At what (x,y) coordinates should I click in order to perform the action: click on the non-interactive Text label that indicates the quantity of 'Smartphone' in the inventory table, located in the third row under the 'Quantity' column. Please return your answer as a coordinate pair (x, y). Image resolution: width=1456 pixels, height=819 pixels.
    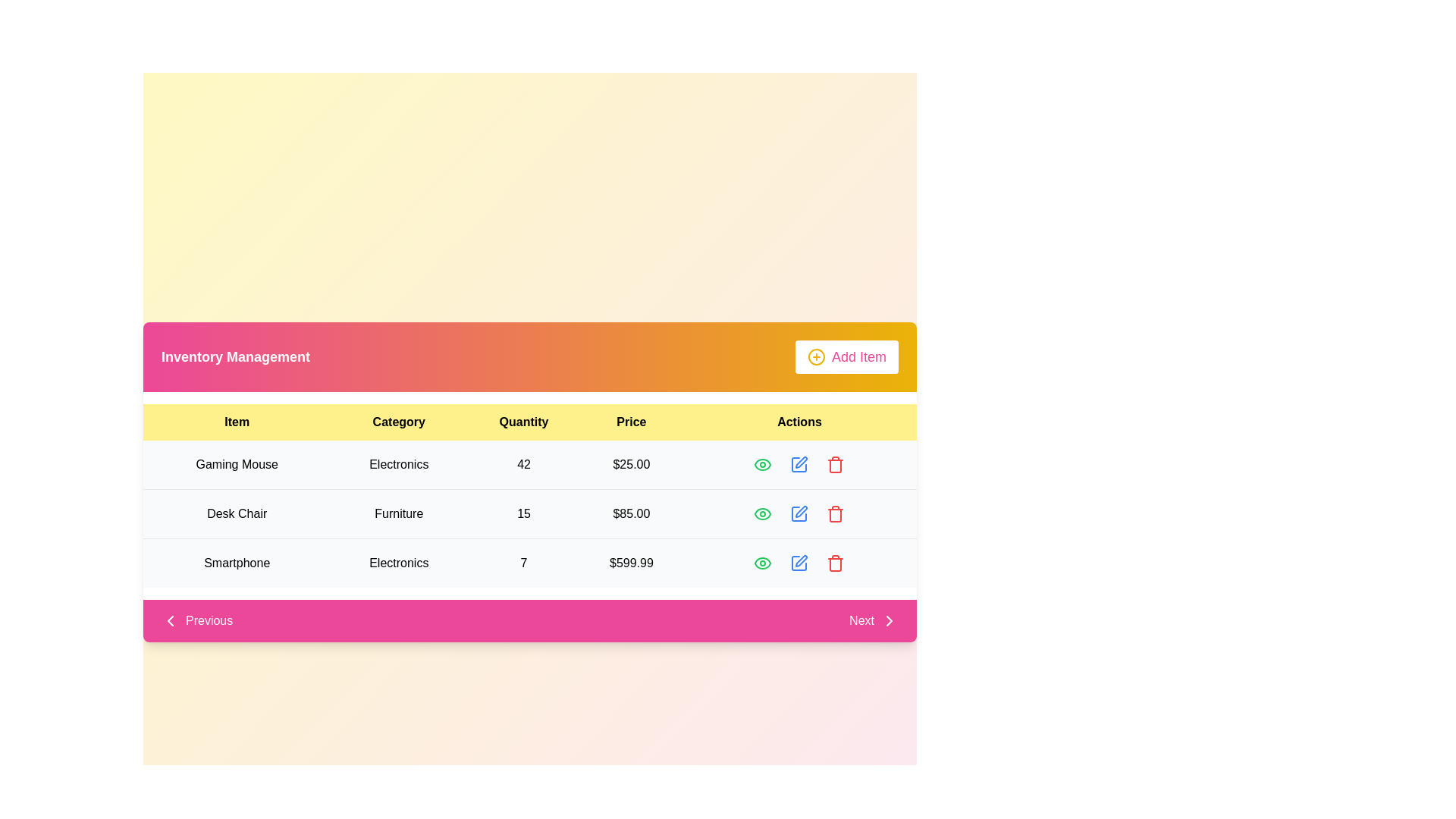
    Looking at the image, I should click on (524, 563).